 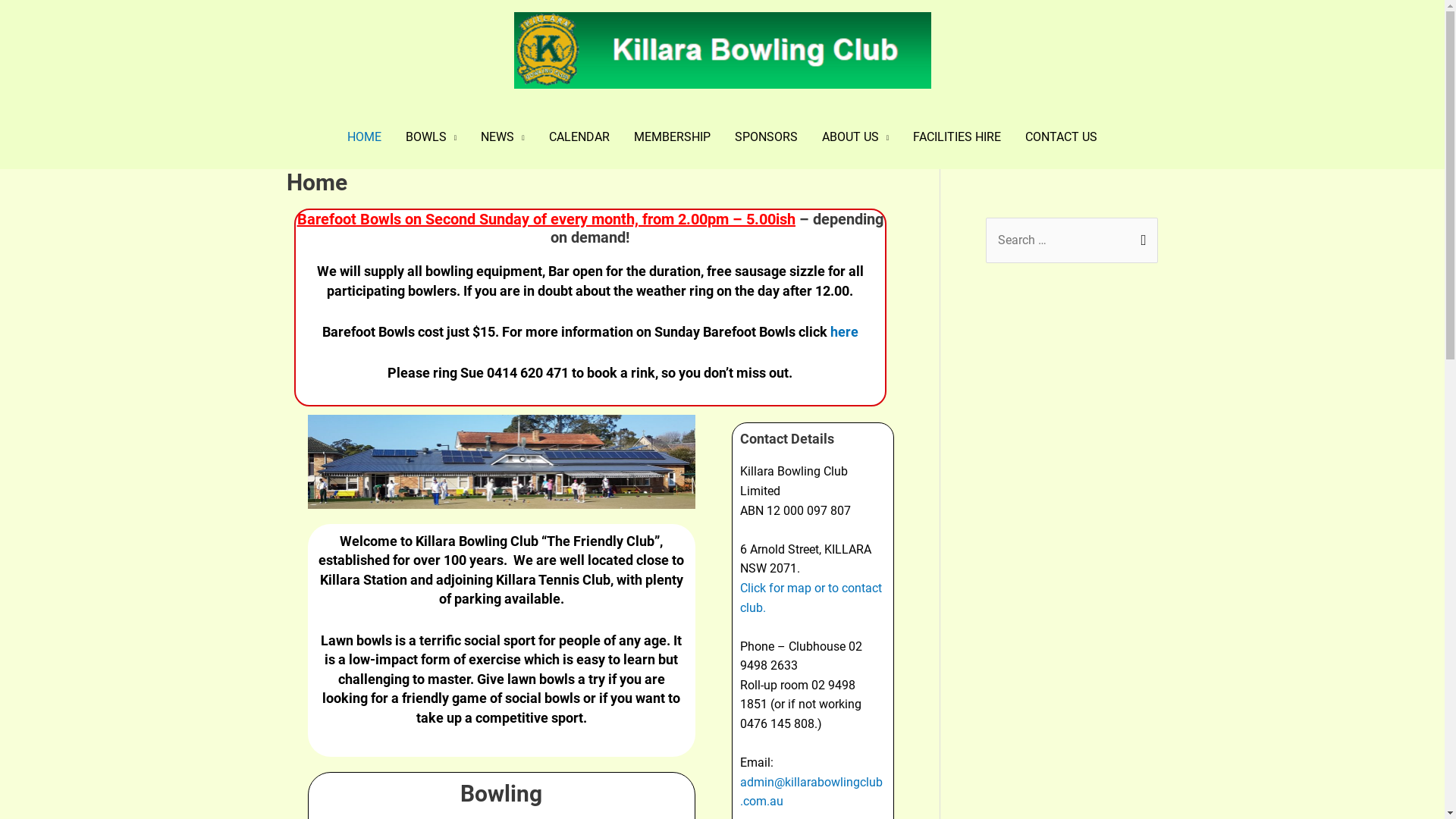 What do you see at coordinates (811, 791) in the screenshot?
I see `'admin@killarabowlingclub.com.au'` at bounding box center [811, 791].